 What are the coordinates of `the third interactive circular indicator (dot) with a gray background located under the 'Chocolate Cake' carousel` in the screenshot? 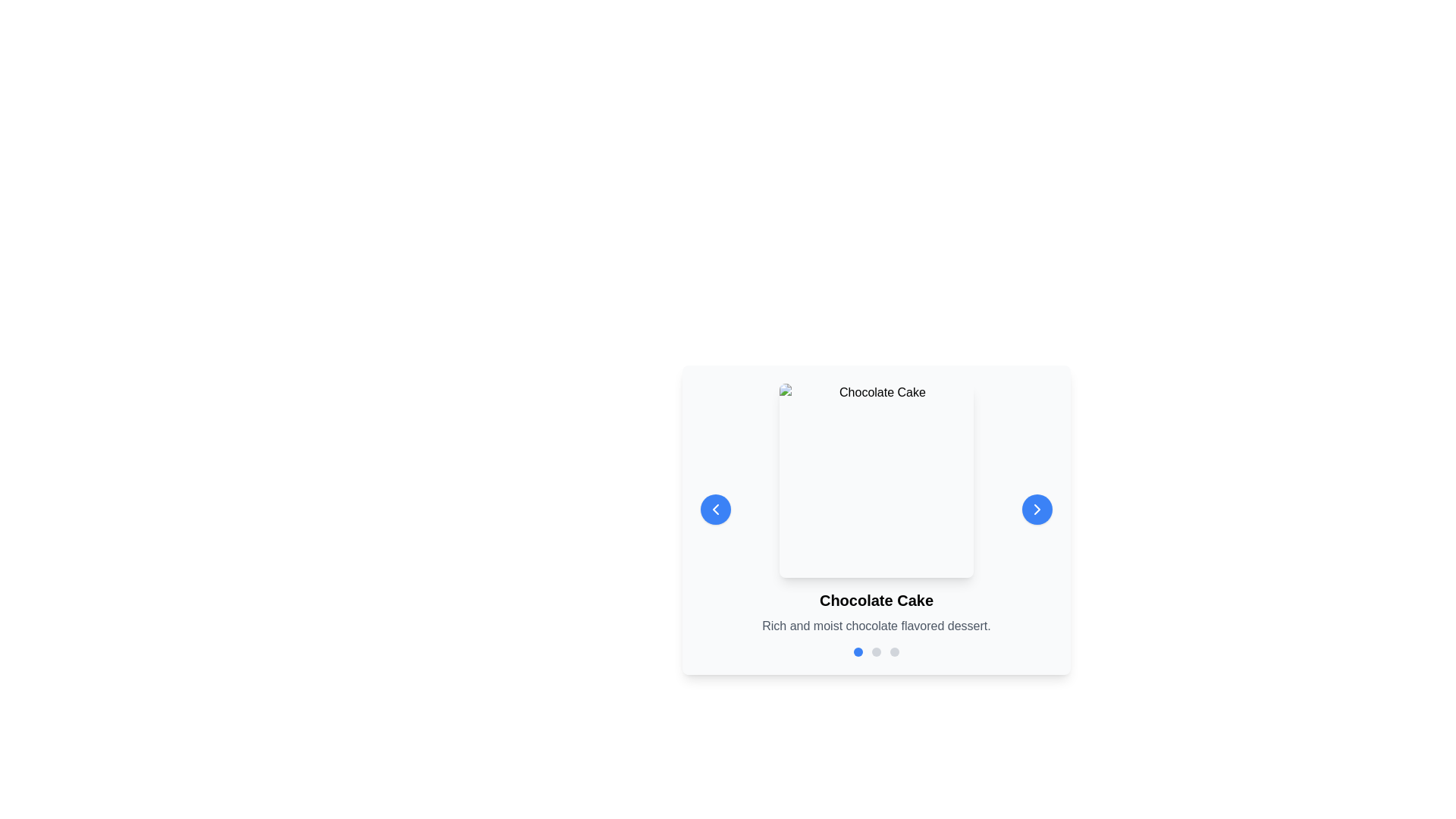 It's located at (895, 651).